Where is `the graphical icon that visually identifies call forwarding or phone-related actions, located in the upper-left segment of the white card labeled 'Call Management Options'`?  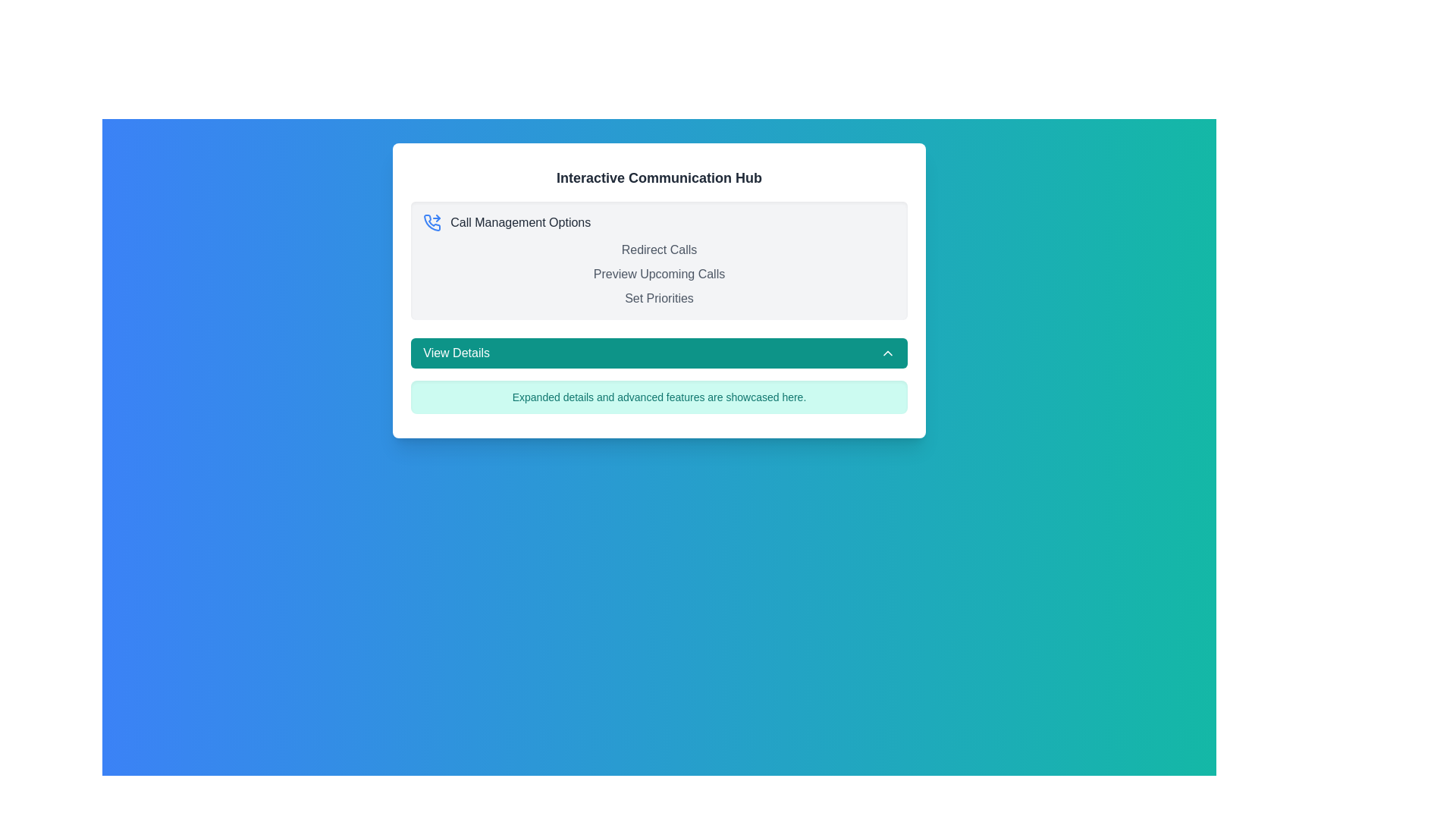
the graphical icon that visually identifies call forwarding or phone-related actions, located in the upper-left segment of the white card labeled 'Call Management Options' is located at coordinates (431, 223).